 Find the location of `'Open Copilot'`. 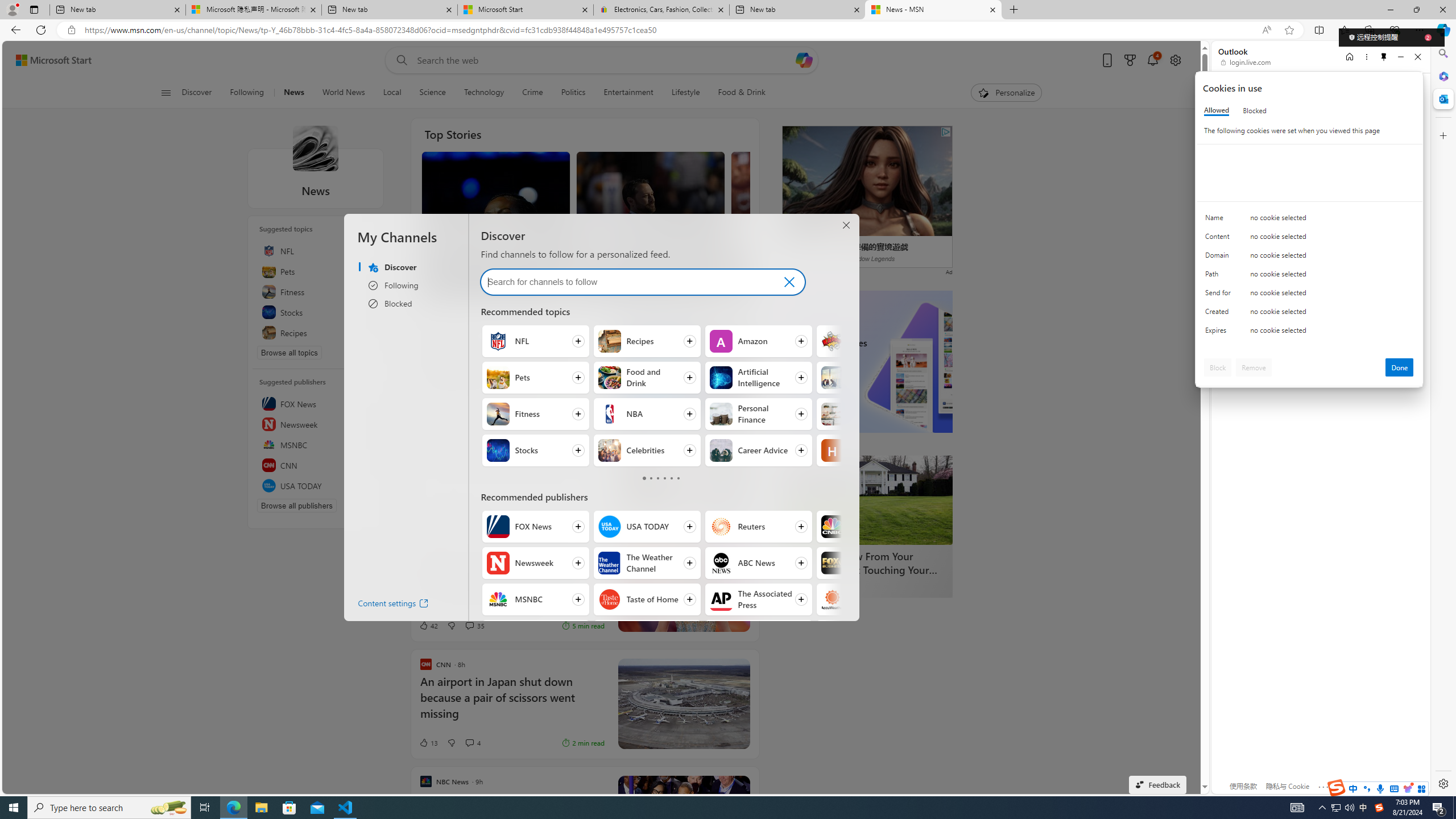

'Open Copilot' is located at coordinates (804, 59).